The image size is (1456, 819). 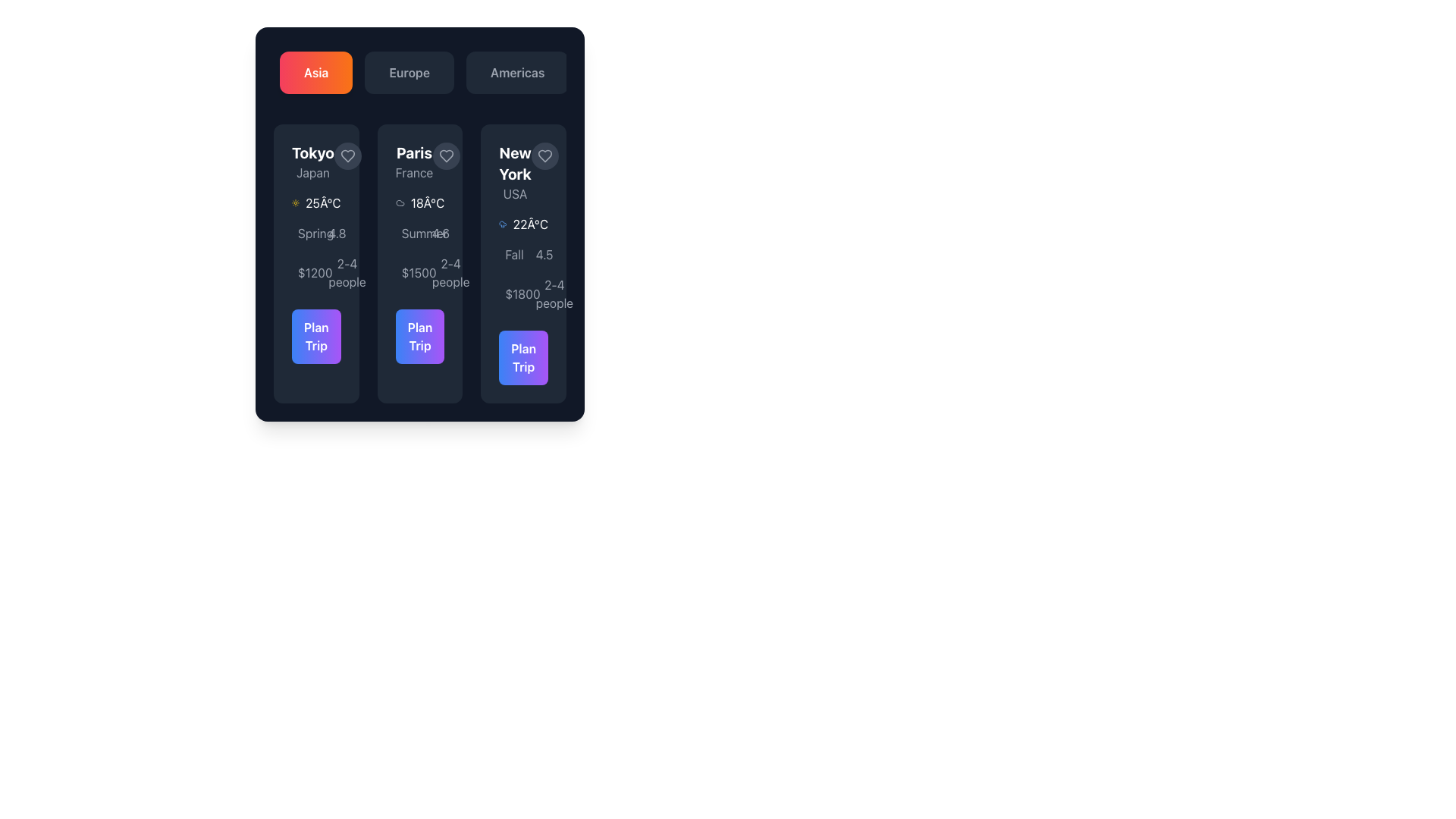 What do you see at coordinates (515, 193) in the screenshot?
I see `the text label displaying 'USA', which is located below 'New York' in the third card of the travel destinations grid` at bounding box center [515, 193].